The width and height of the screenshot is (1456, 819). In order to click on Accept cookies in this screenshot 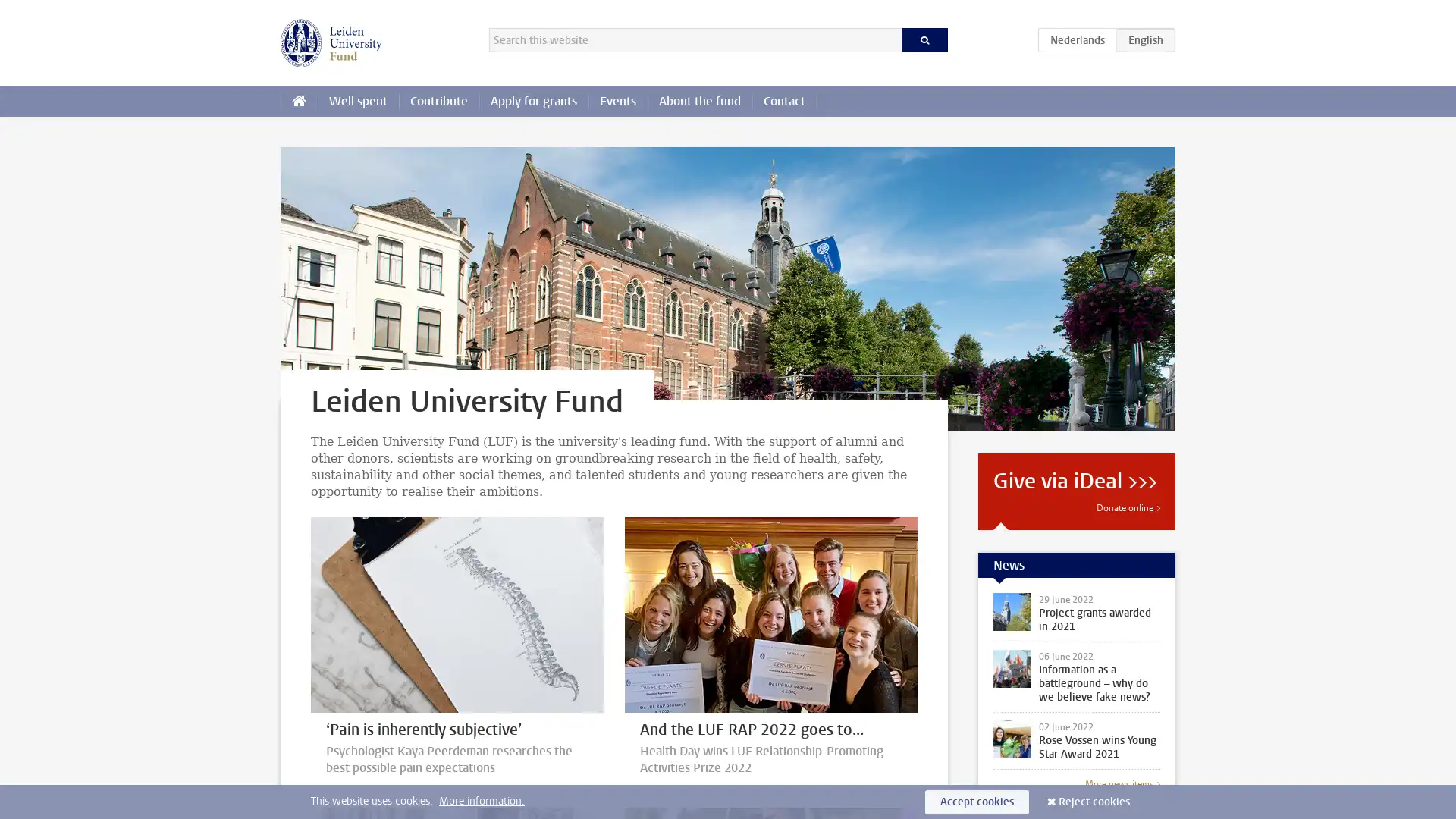, I will do `click(977, 801)`.